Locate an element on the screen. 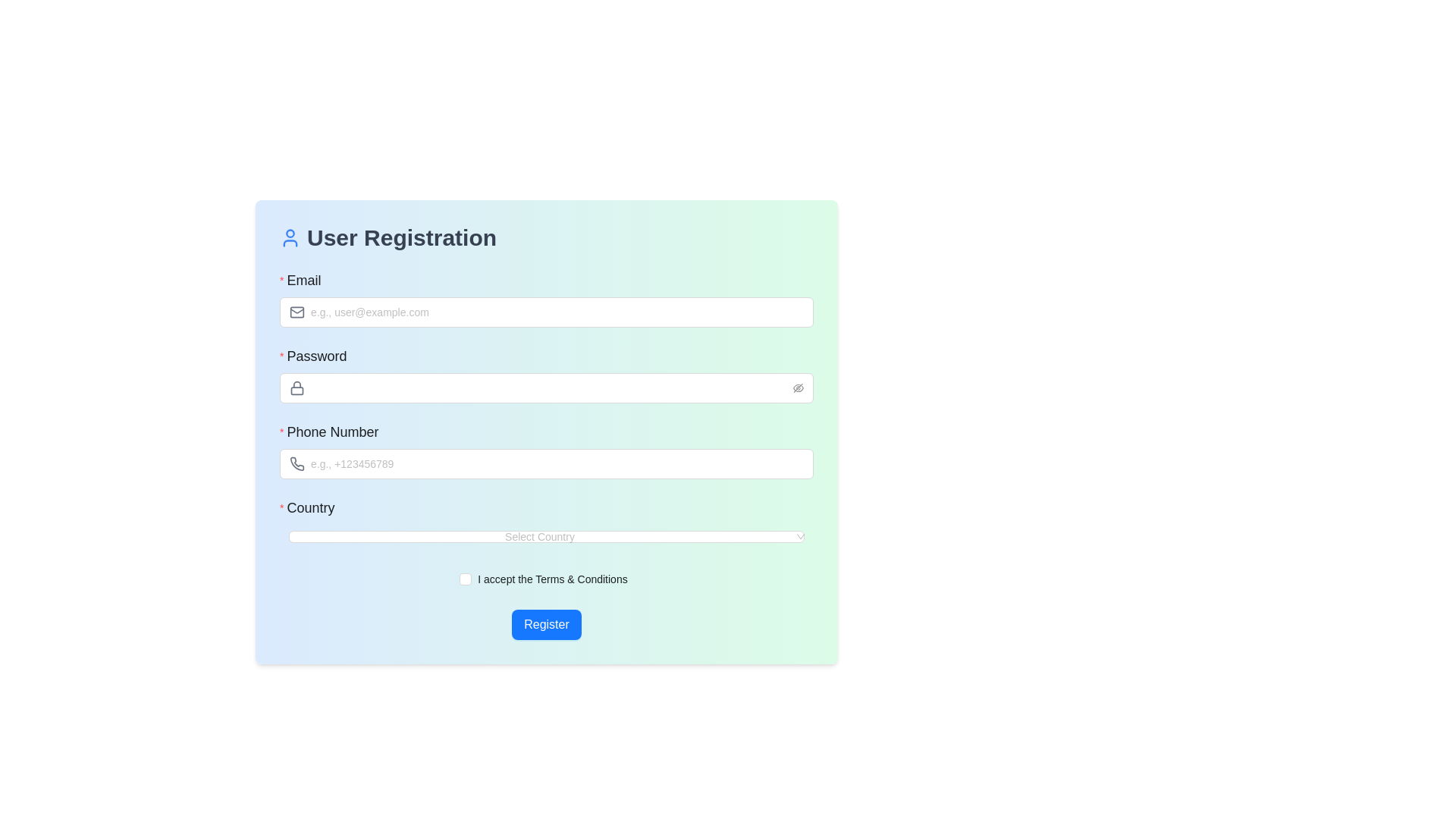 Image resolution: width=1456 pixels, height=819 pixels. the 'Email' label in the registration form which is styled with bold and medium-sized font, located above the email input field is located at coordinates (305, 281).